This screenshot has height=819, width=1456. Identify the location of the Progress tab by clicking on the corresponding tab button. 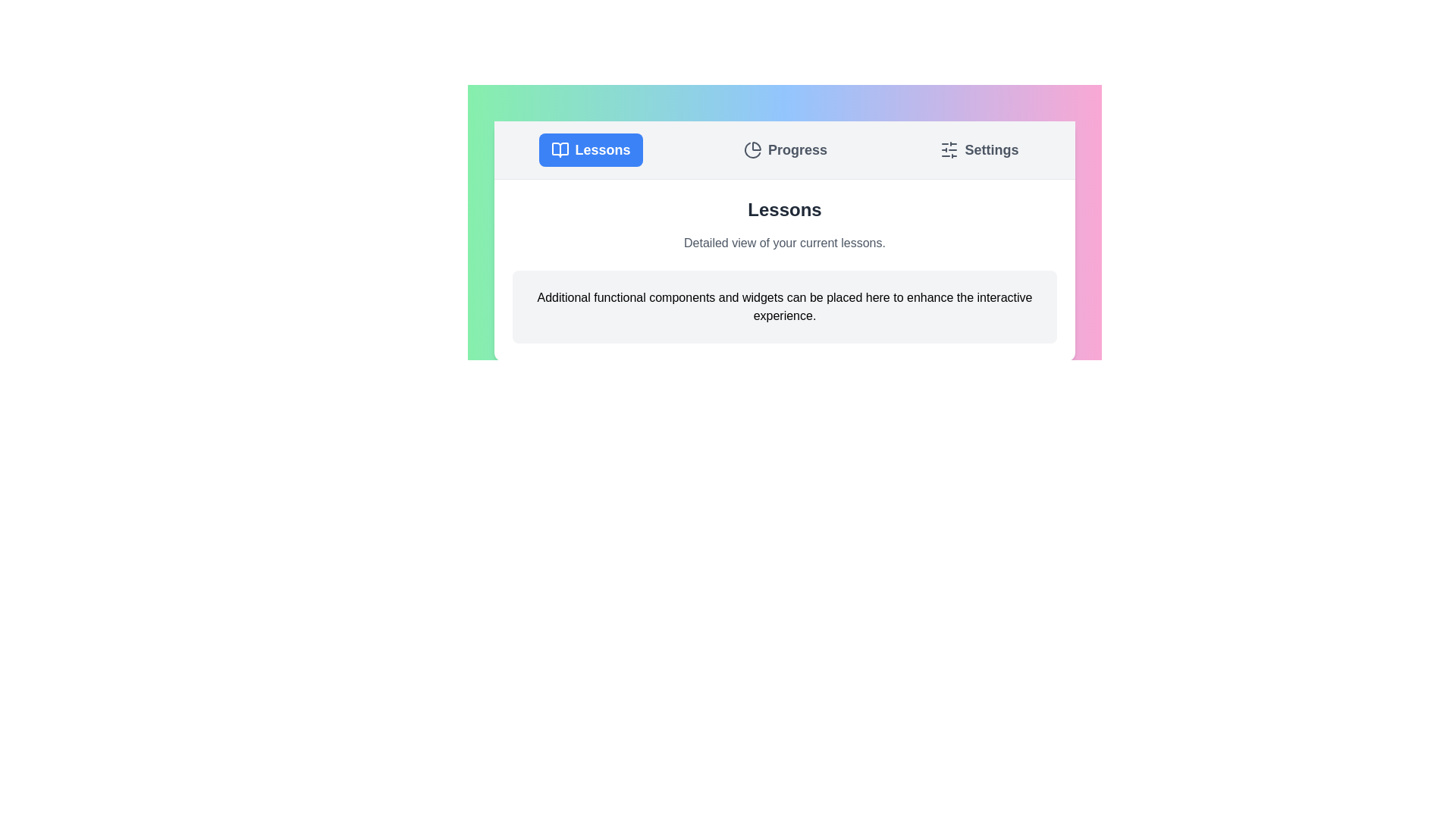
(786, 149).